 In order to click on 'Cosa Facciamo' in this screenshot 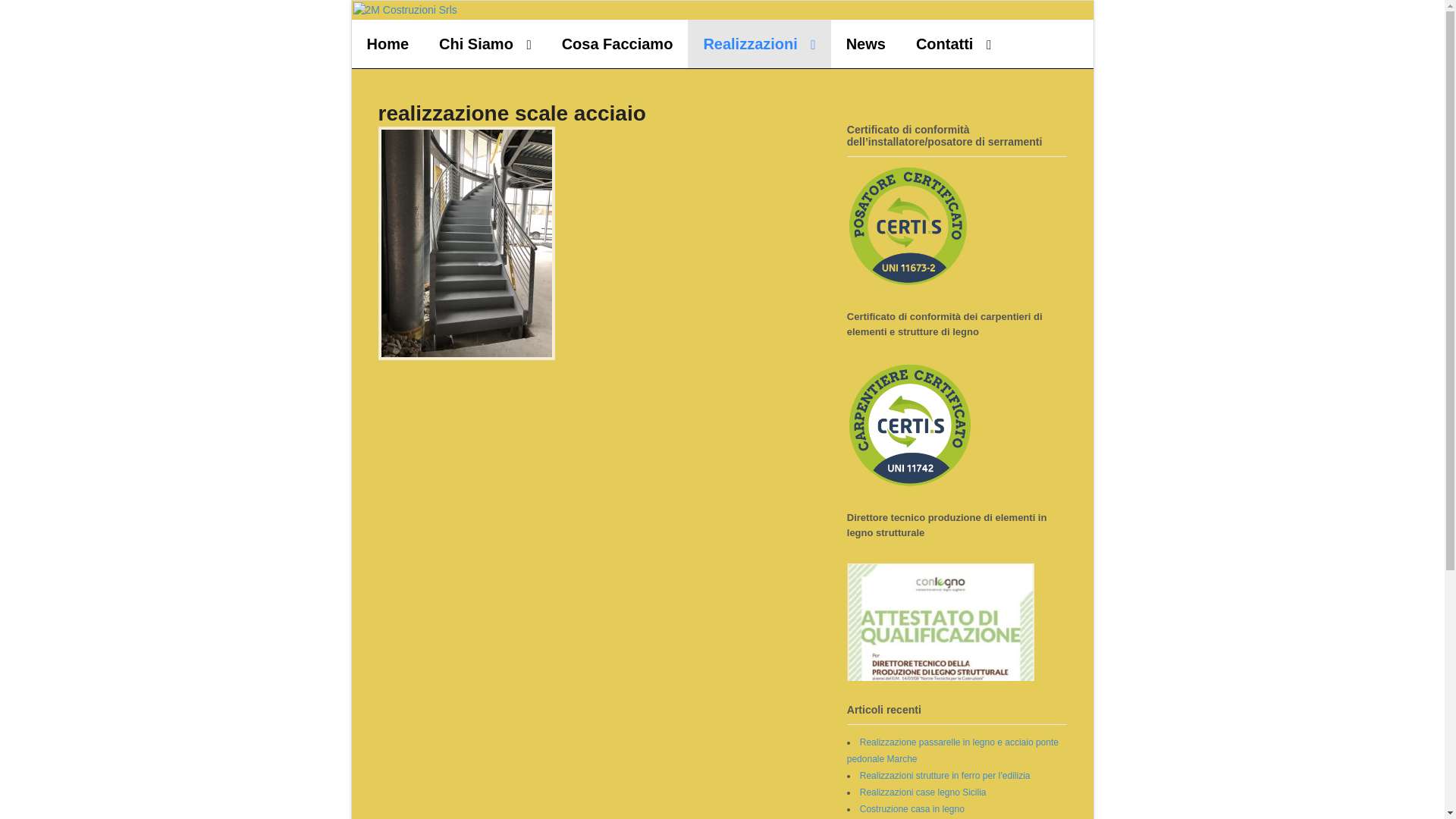, I will do `click(617, 42)`.